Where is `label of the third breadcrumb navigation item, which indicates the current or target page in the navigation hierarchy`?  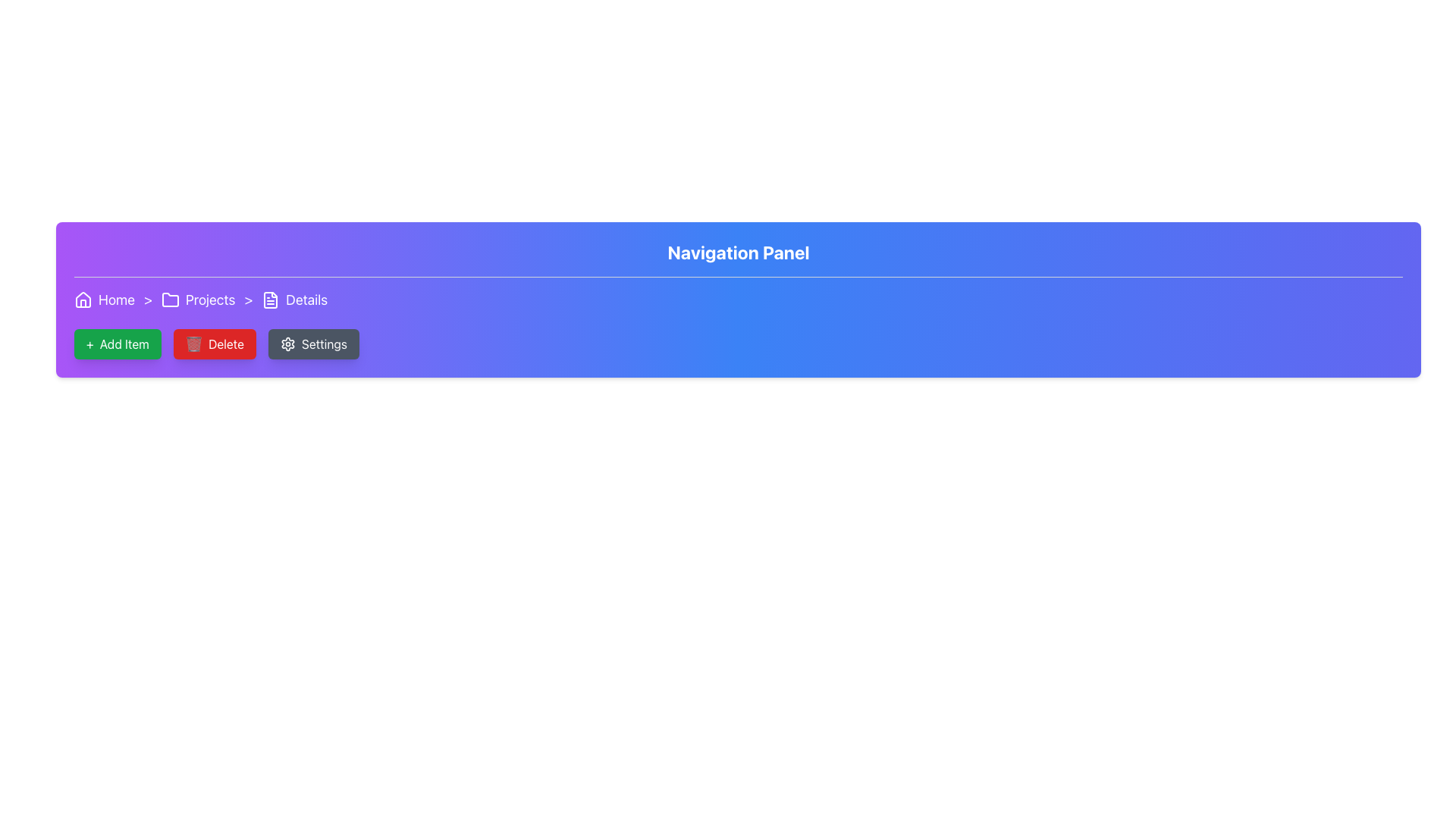
label of the third breadcrumb navigation item, which indicates the current or target page in the navigation hierarchy is located at coordinates (294, 300).